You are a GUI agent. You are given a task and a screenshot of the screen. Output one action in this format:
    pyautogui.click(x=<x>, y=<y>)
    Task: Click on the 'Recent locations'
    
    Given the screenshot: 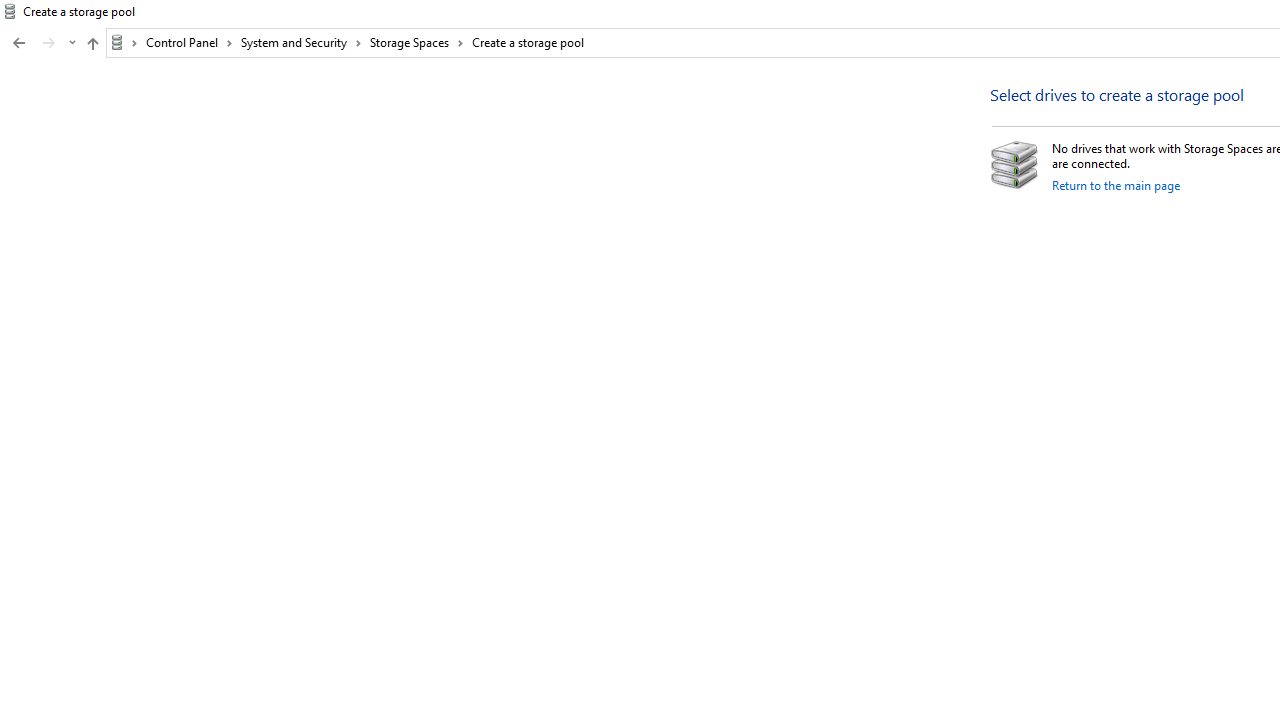 What is the action you would take?
    pyautogui.click(x=71, y=43)
    